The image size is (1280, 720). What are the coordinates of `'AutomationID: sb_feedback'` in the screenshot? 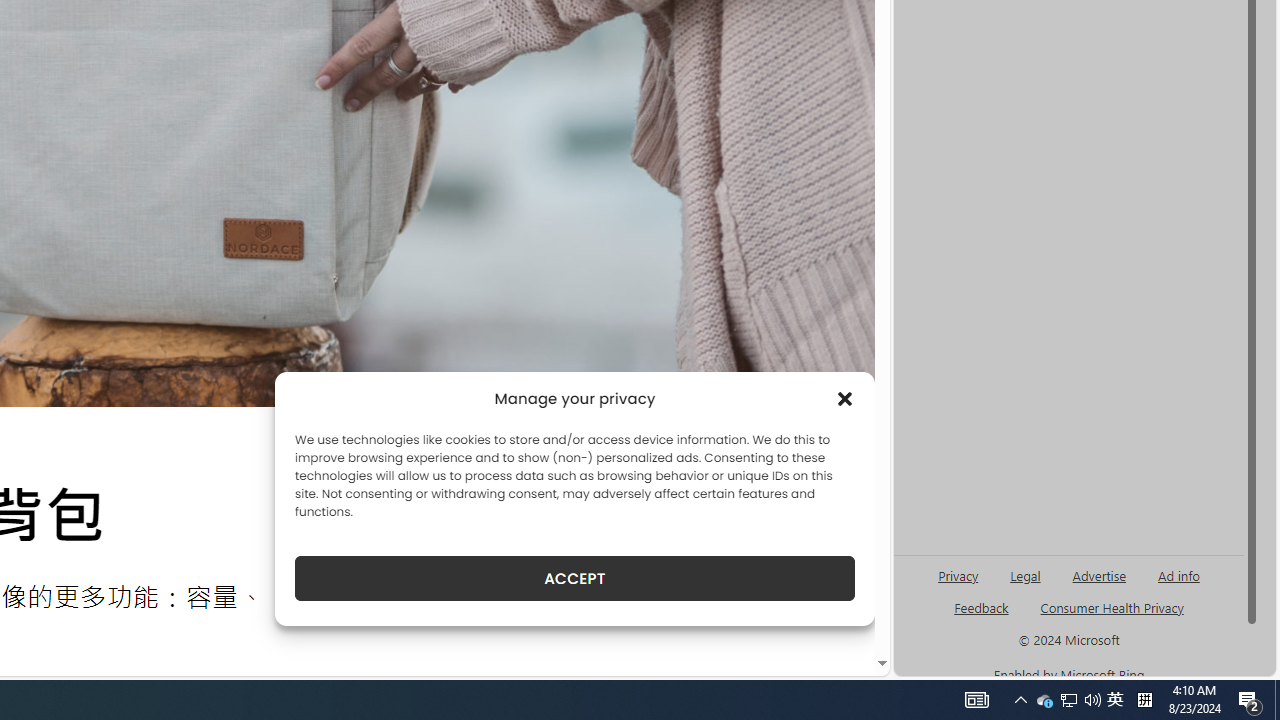 It's located at (981, 606).